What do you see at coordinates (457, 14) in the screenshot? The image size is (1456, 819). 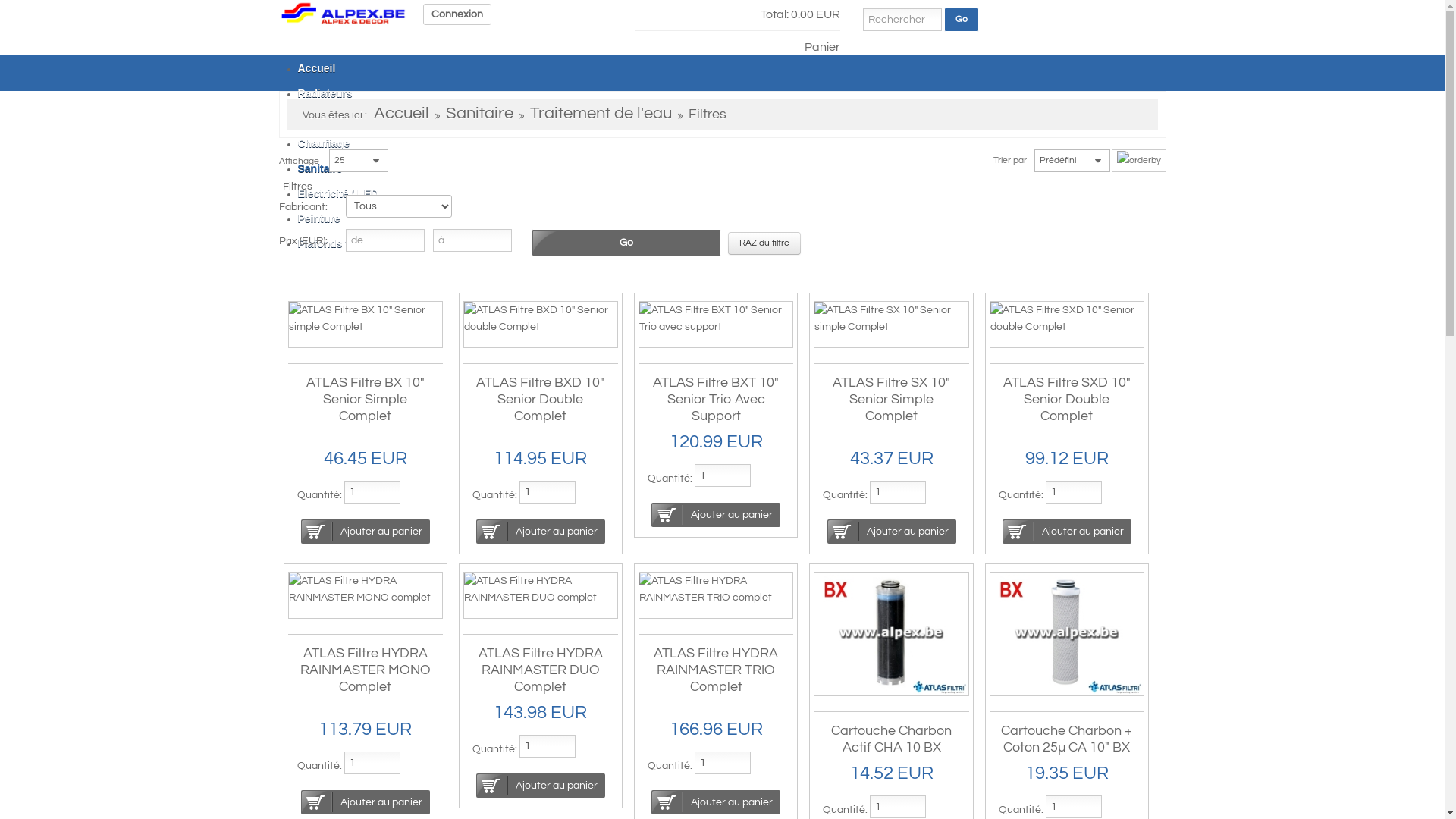 I see `'Connexion'` at bounding box center [457, 14].